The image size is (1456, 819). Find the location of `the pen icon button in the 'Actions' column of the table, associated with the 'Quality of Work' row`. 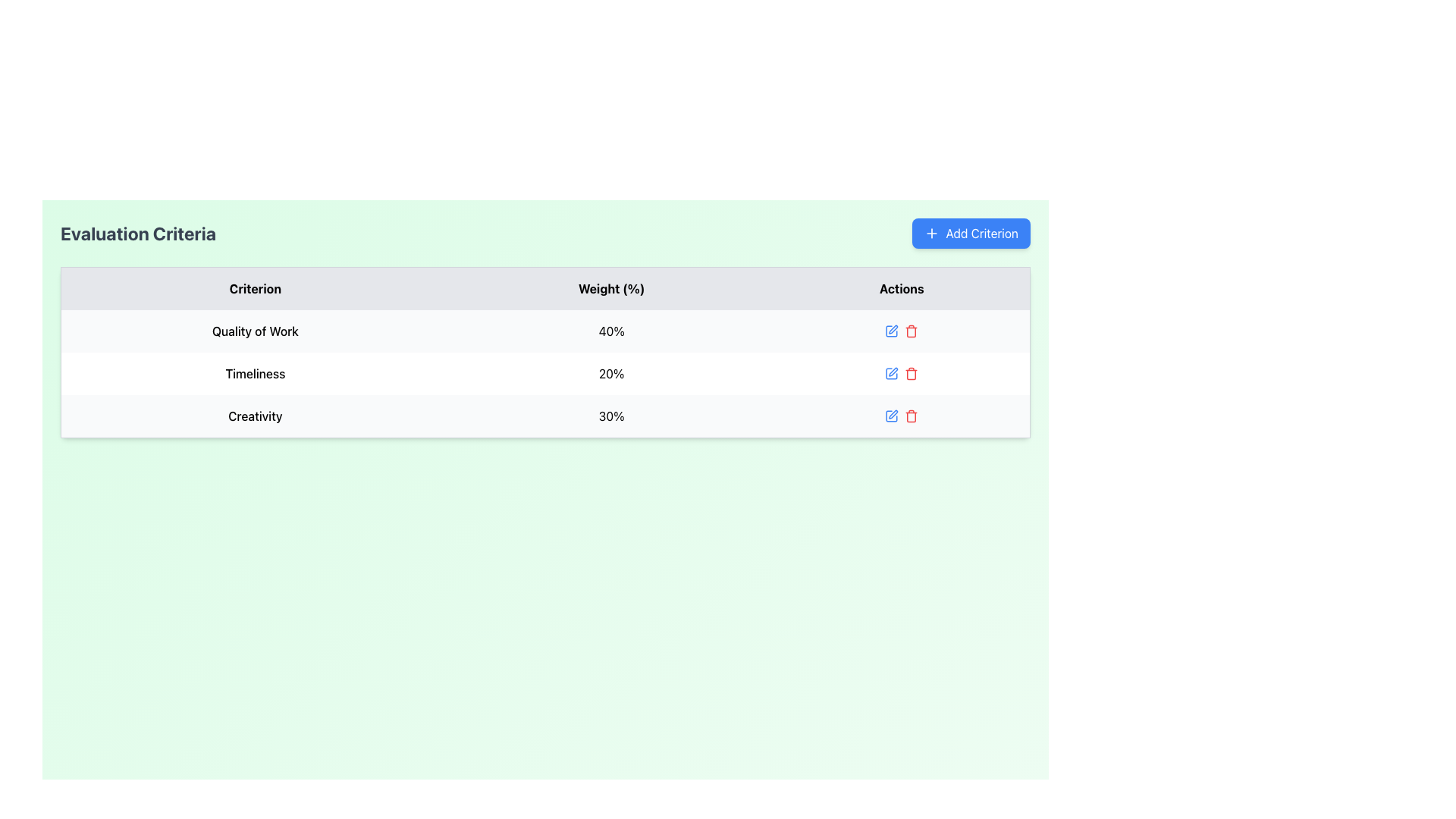

the pen icon button in the 'Actions' column of the table, associated with the 'Quality of Work' row is located at coordinates (893, 328).